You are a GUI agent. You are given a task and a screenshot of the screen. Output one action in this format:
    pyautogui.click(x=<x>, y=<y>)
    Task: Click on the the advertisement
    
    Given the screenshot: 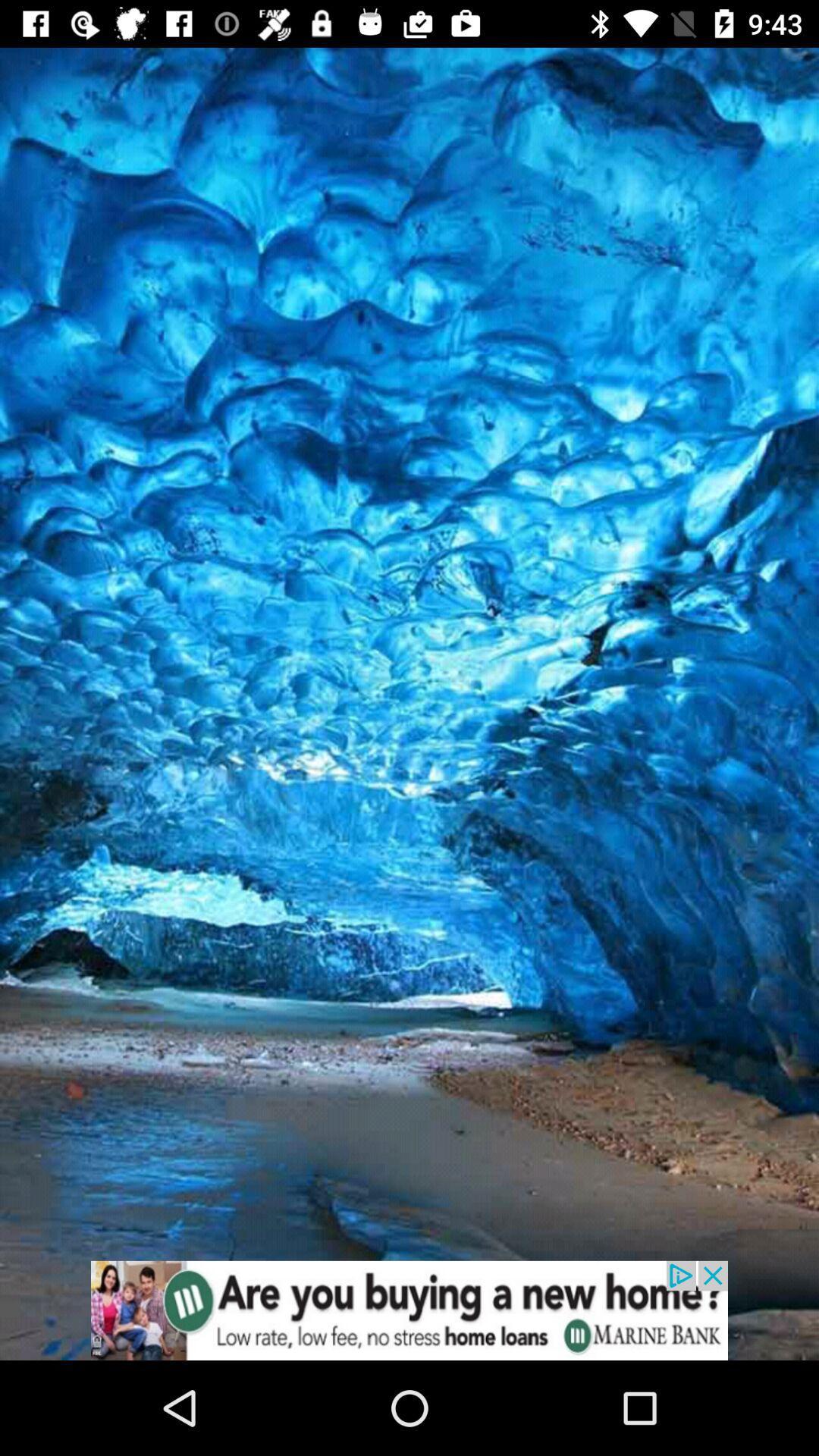 What is the action you would take?
    pyautogui.click(x=409, y=1310)
    